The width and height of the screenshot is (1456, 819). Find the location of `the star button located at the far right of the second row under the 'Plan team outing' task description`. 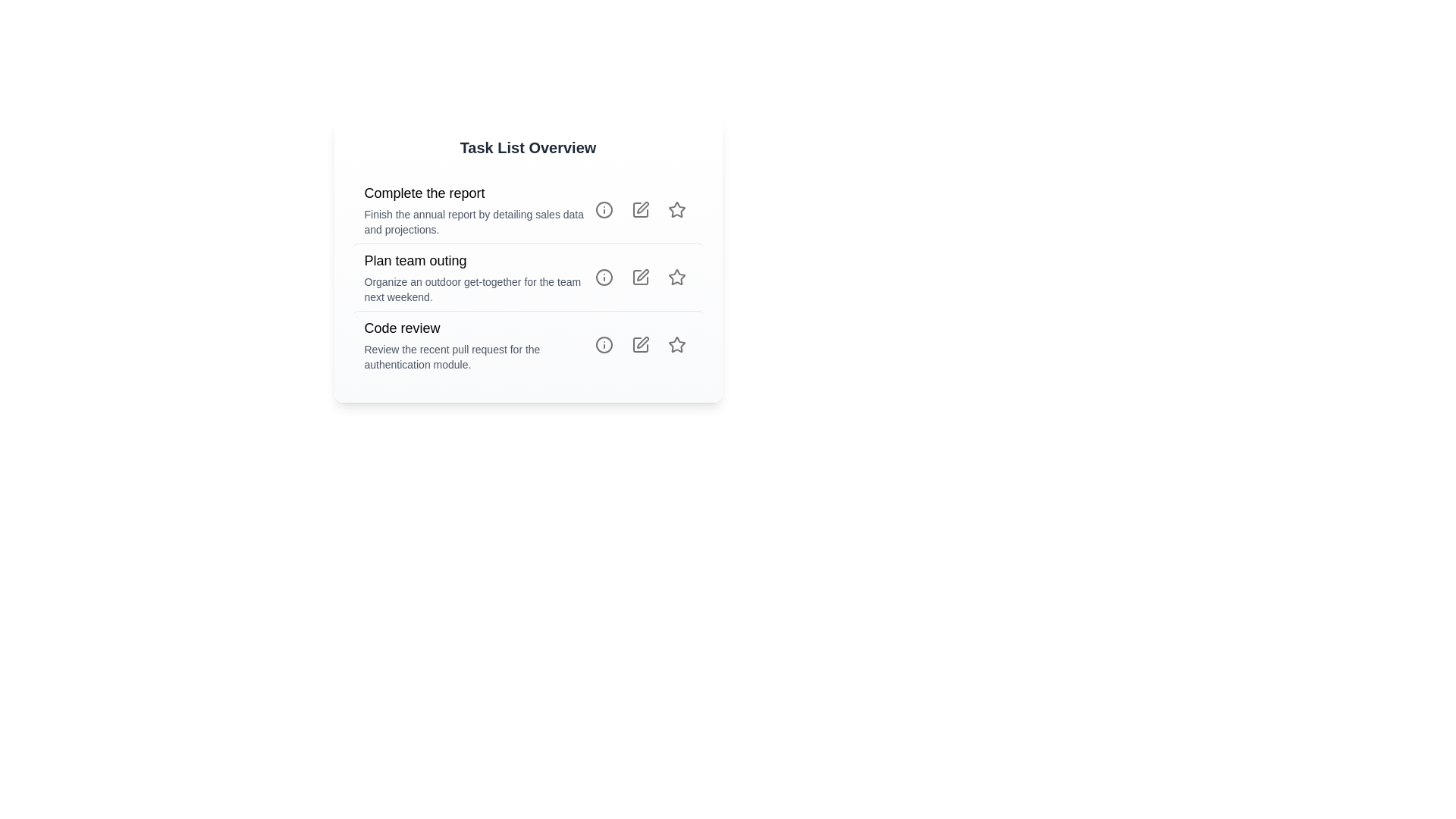

the star button located at the far right of the second row under the 'Plan team outing' task description is located at coordinates (676, 278).